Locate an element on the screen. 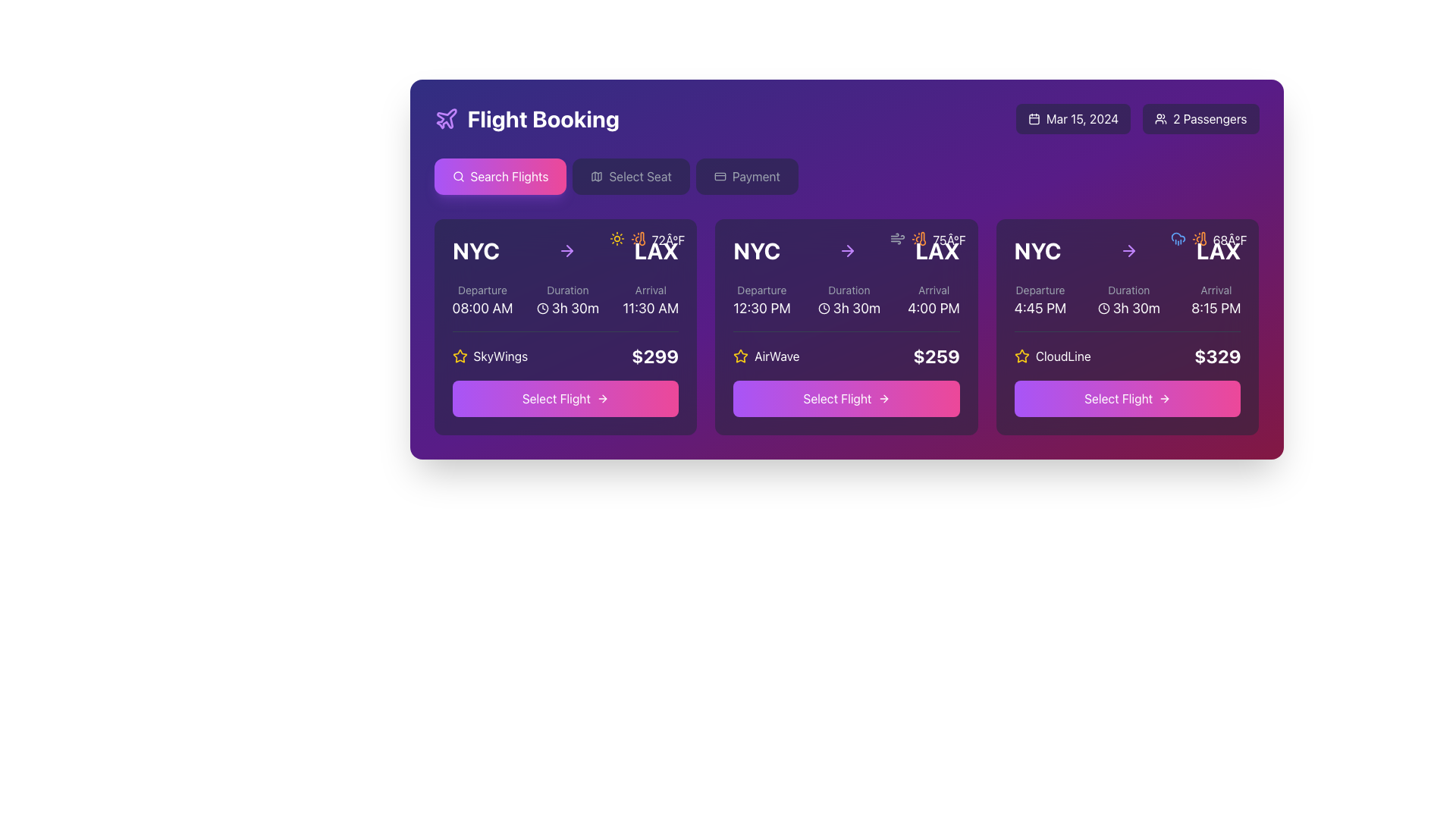 This screenshot has height=819, width=1456. the travel information displayed in the middle travel option card, specifically focusing on the duration '3h 30m' accompanied by the clock icon is located at coordinates (846, 301).